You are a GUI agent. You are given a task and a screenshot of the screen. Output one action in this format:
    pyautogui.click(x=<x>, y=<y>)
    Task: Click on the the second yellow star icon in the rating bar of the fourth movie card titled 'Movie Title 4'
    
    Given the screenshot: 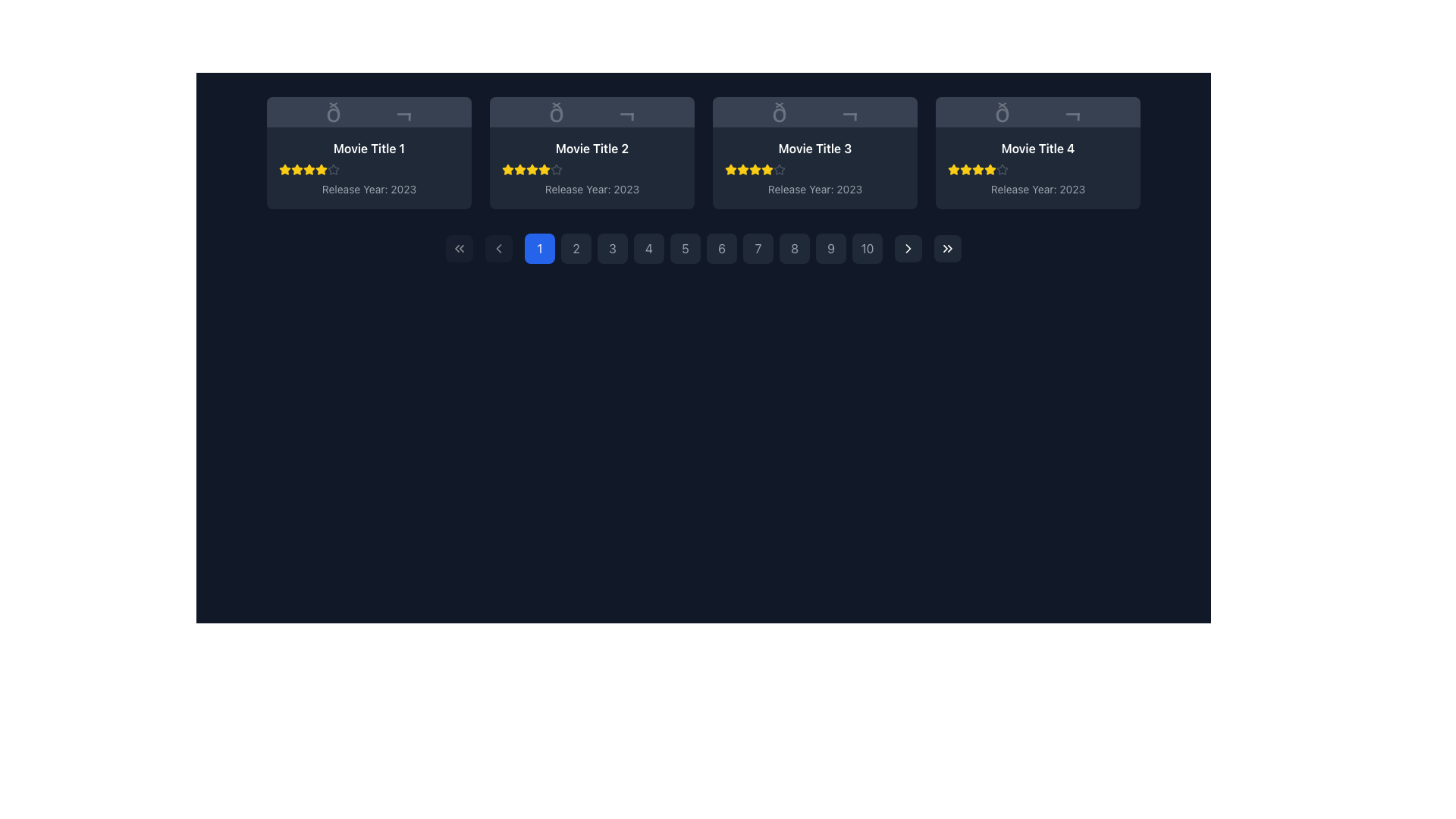 What is the action you would take?
    pyautogui.click(x=965, y=169)
    